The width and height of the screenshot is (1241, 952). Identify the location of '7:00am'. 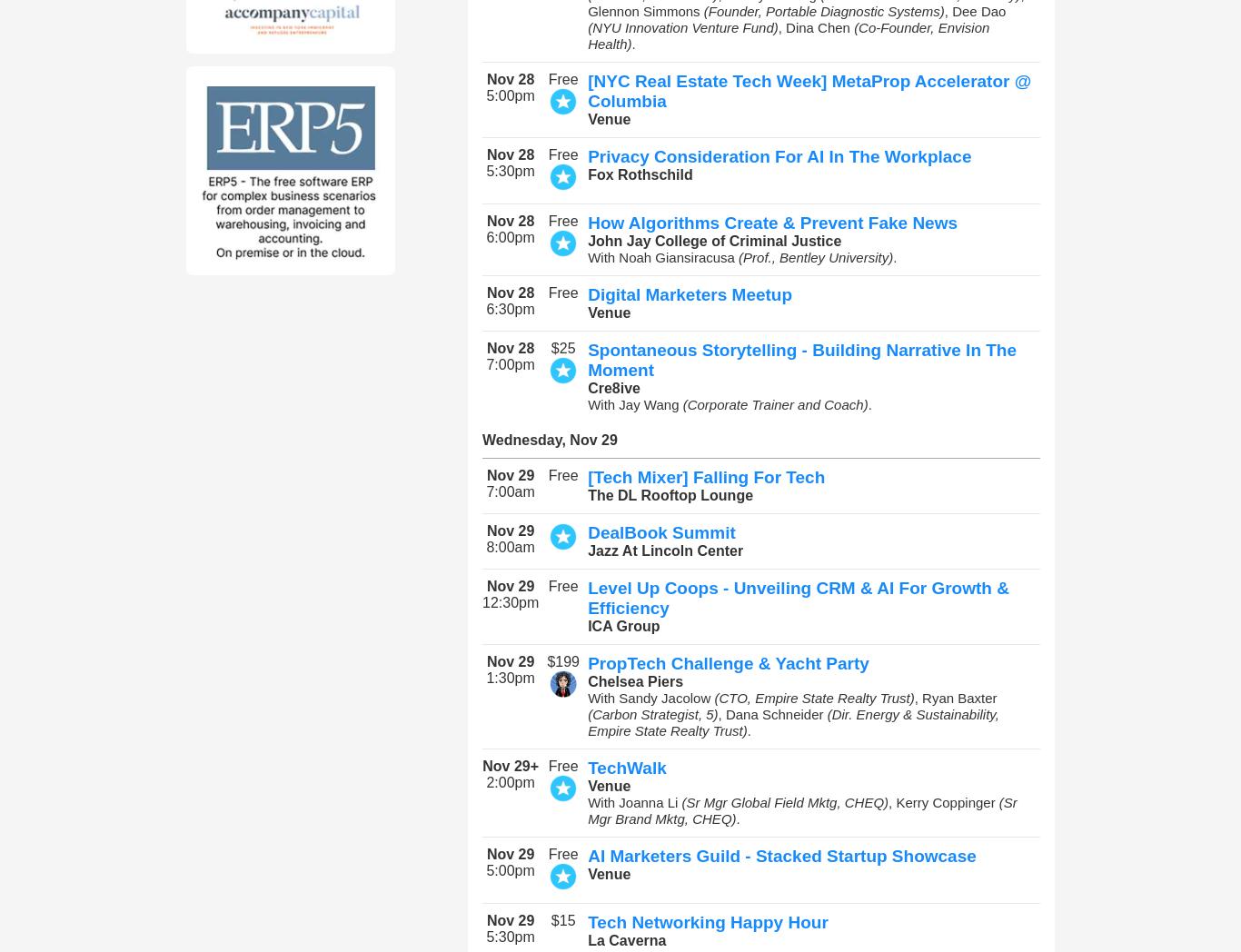
(510, 491).